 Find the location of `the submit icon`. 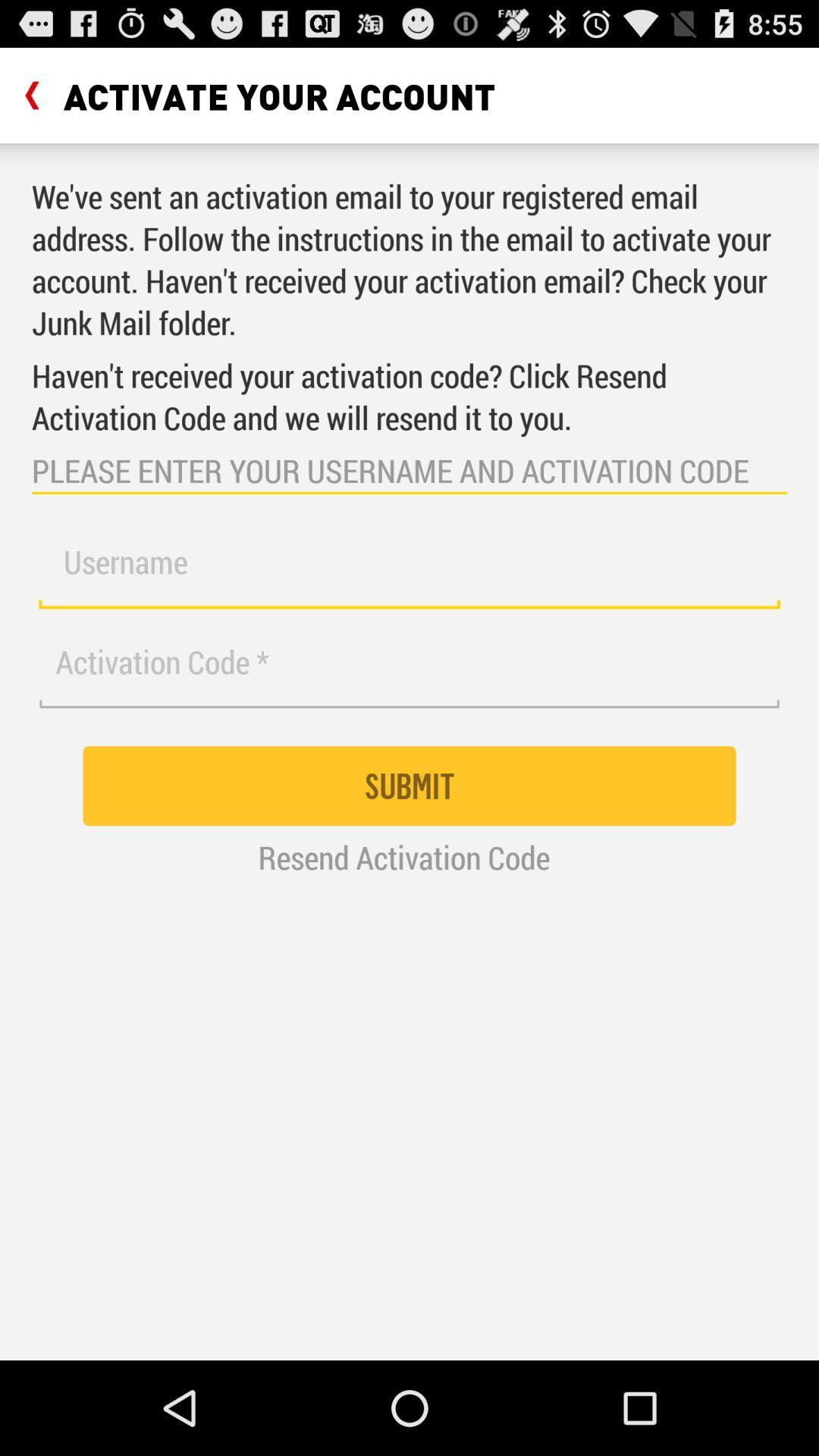

the submit icon is located at coordinates (409, 786).